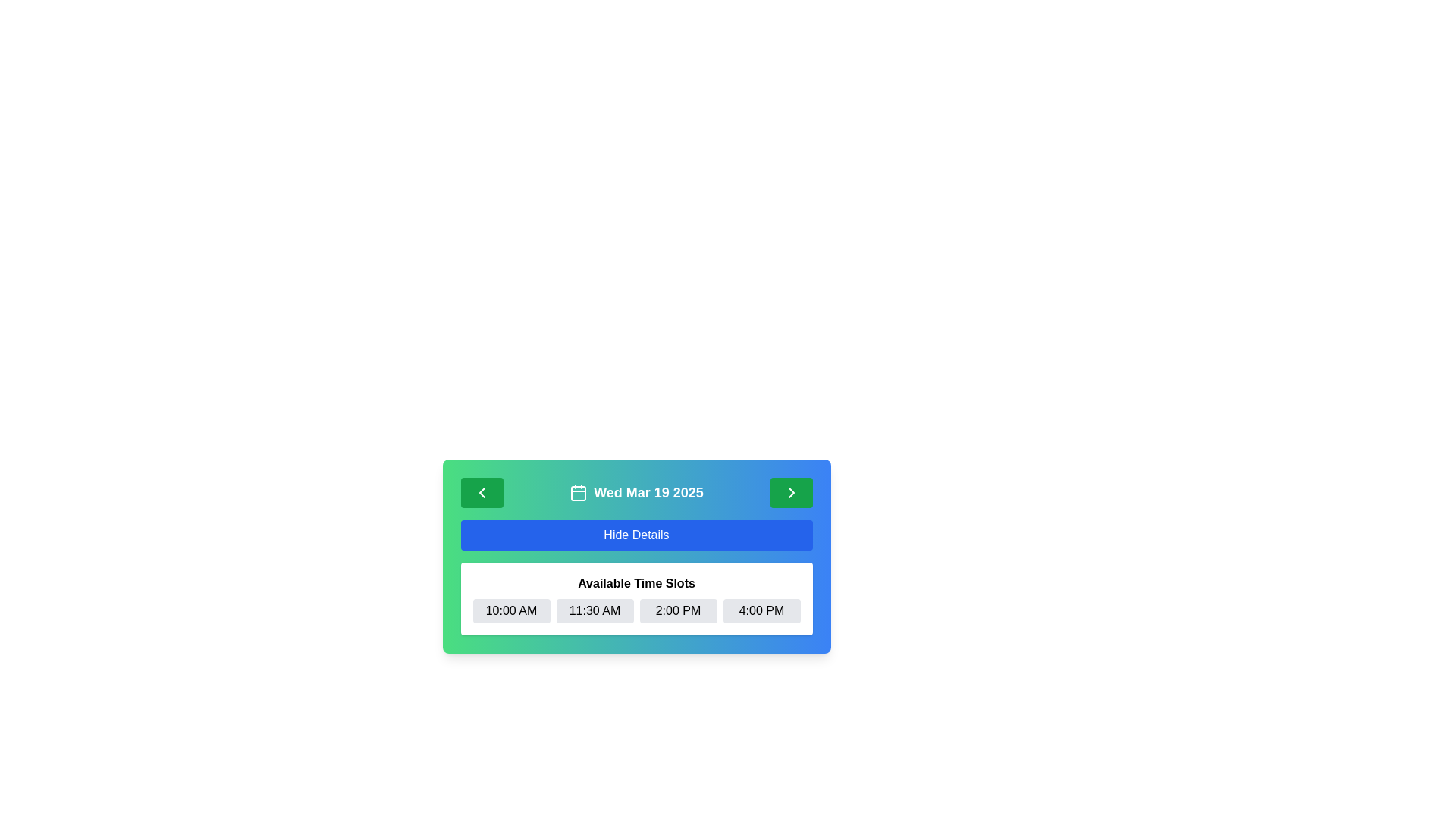 This screenshot has height=819, width=1456. I want to click on the rectangular button labeled '11:30 AM' with a light gray background to choose the time slot, so click(594, 610).